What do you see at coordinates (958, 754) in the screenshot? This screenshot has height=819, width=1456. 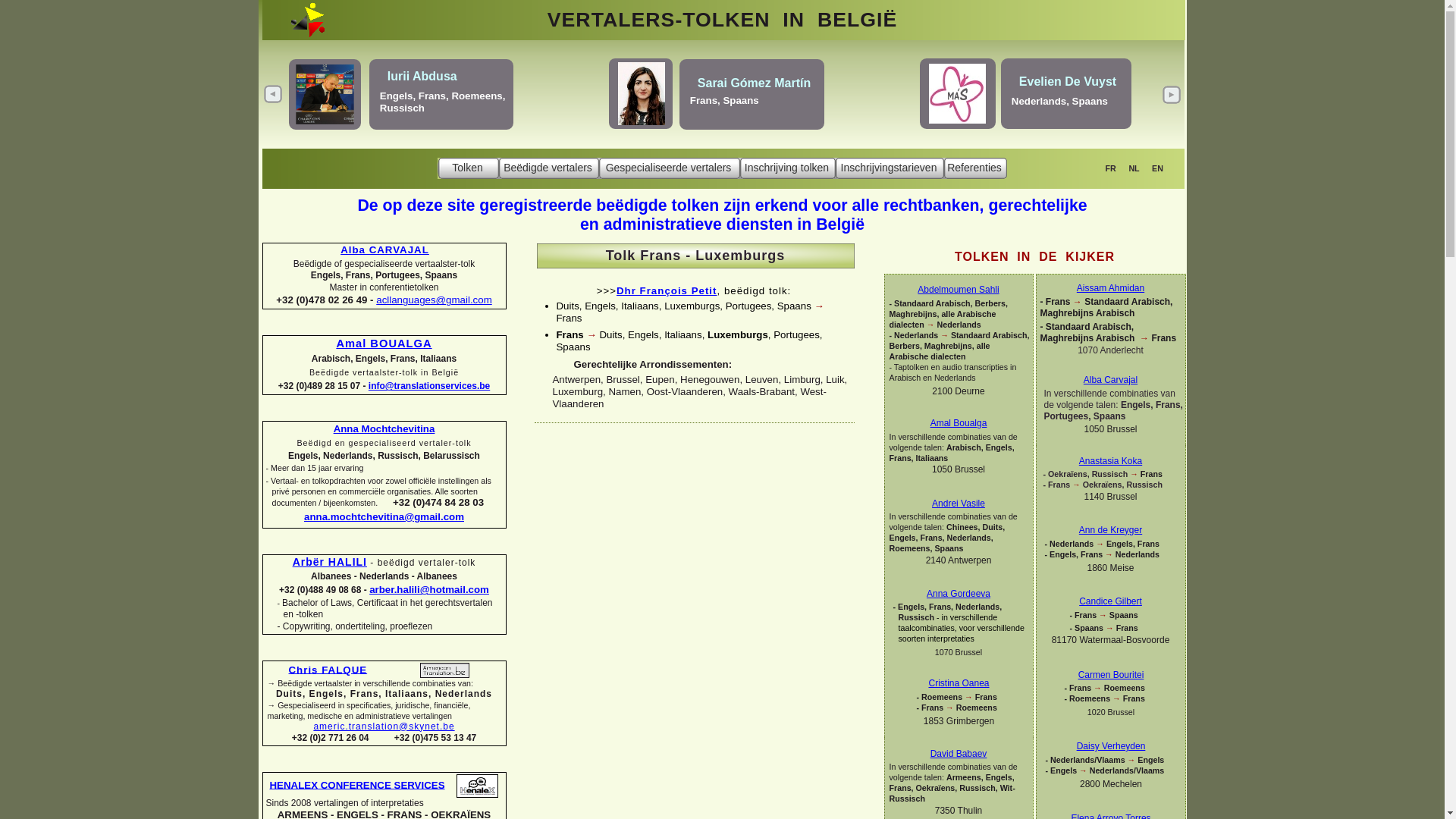 I see `'David Babaev'` at bounding box center [958, 754].